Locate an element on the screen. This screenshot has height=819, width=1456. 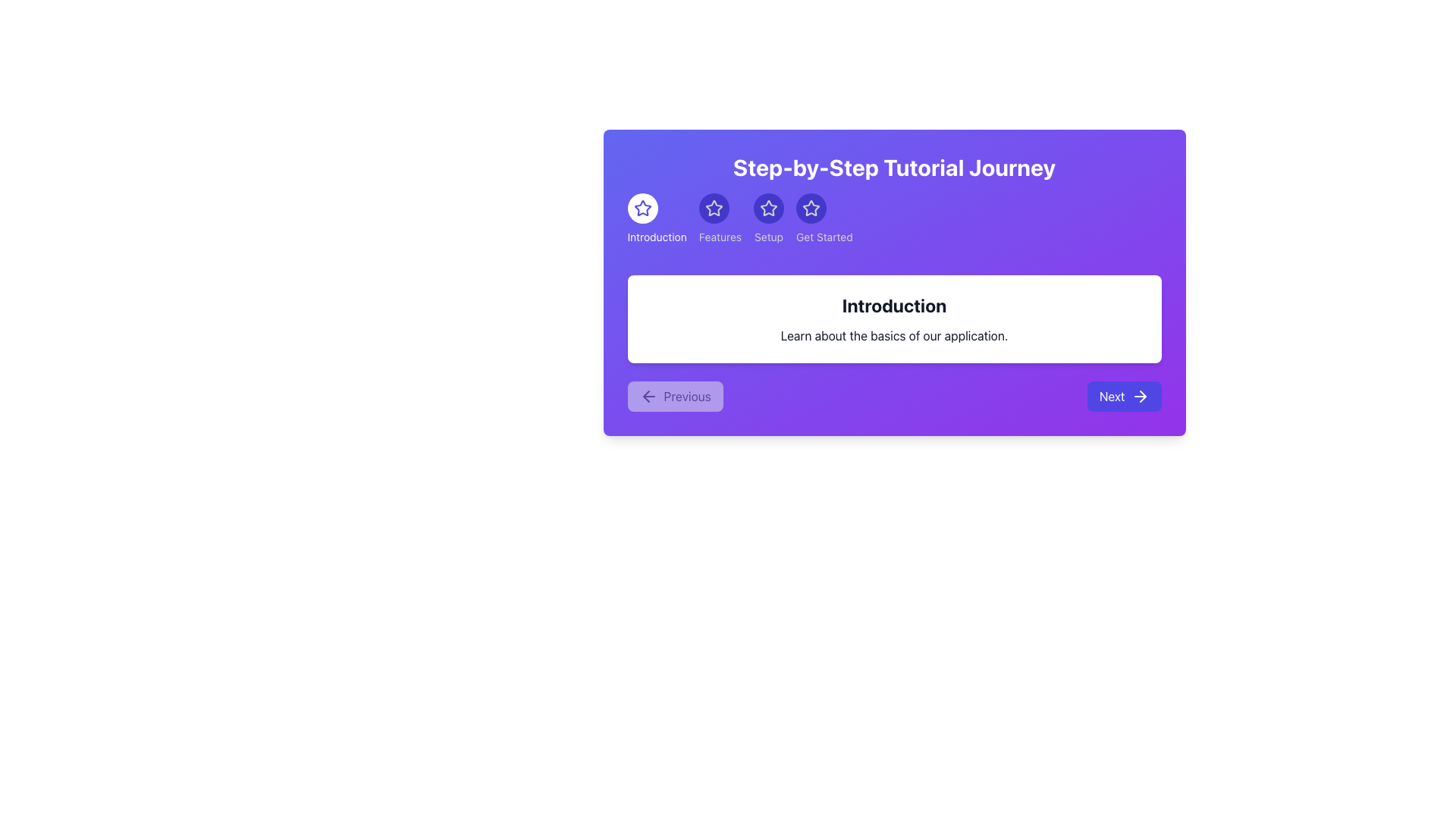
the star icon in the navigation section is located at coordinates (642, 208).